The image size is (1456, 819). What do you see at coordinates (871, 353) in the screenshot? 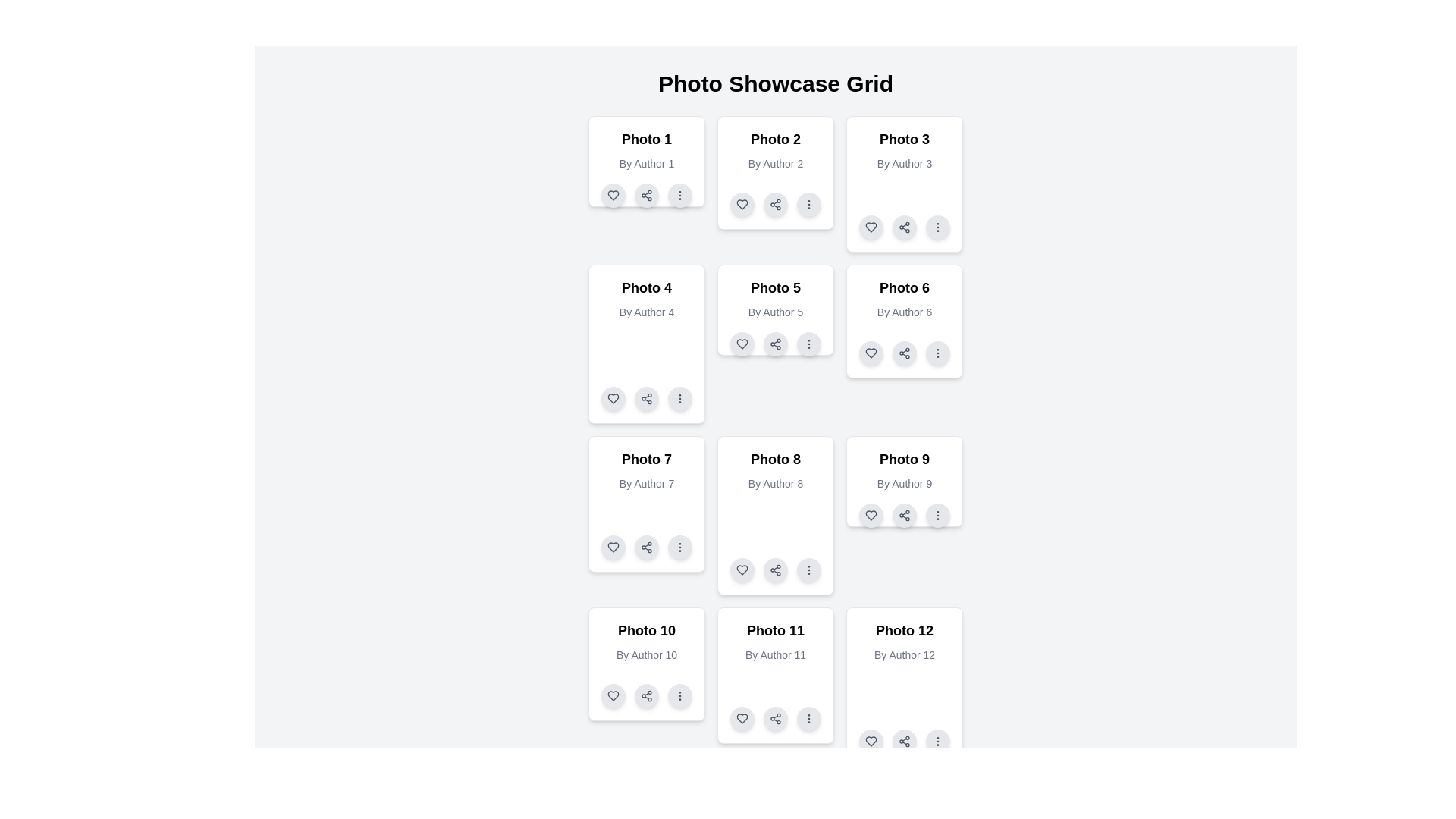
I see `the favorite button located in the control bar under 'Photo 6'` at bounding box center [871, 353].